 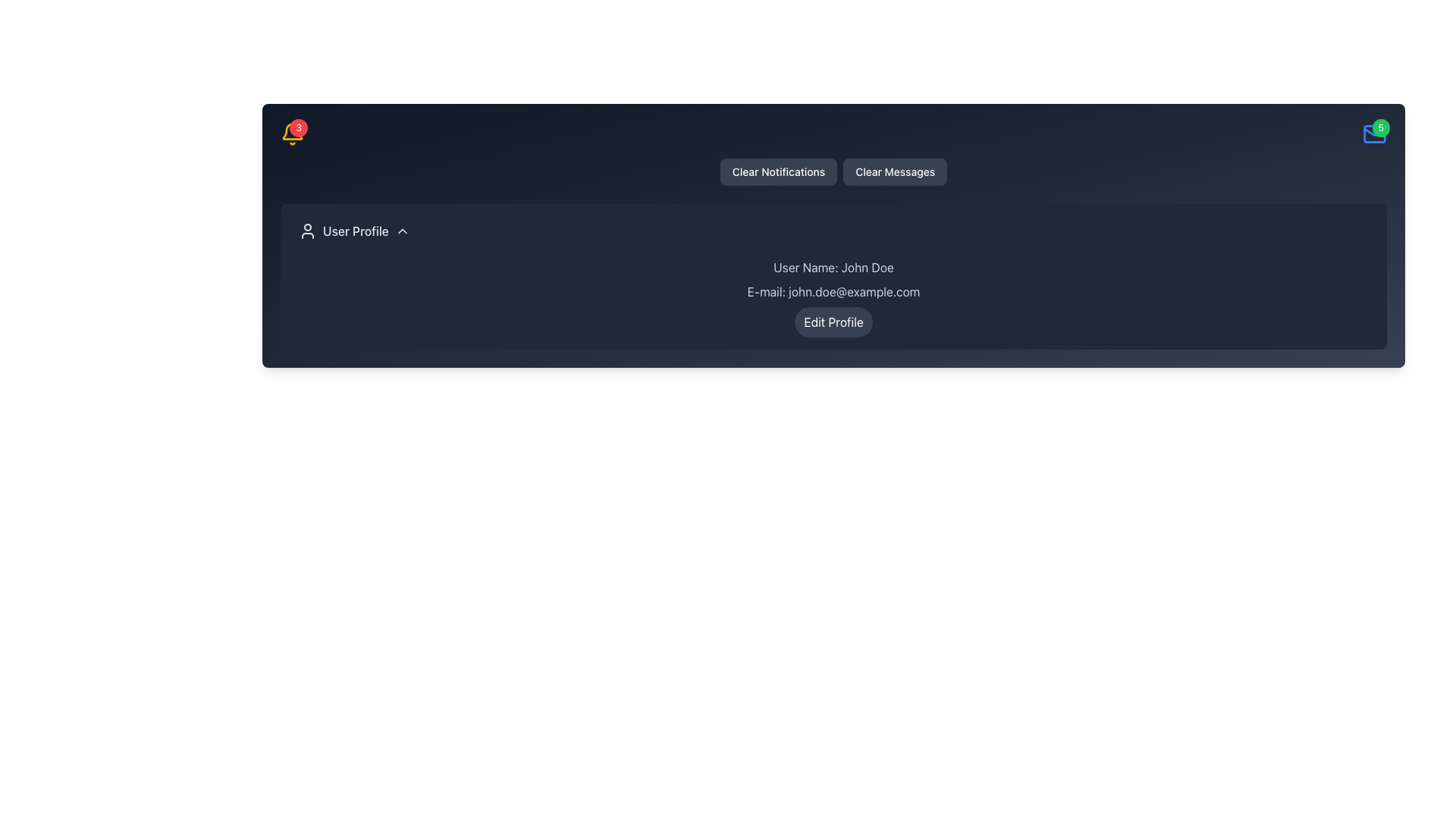 What do you see at coordinates (833, 321) in the screenshot?
I see `the 'Edit Profile' button with rounded corners, dark gray background, and white text to initiate profile editing` at bounding box center [833, 321].